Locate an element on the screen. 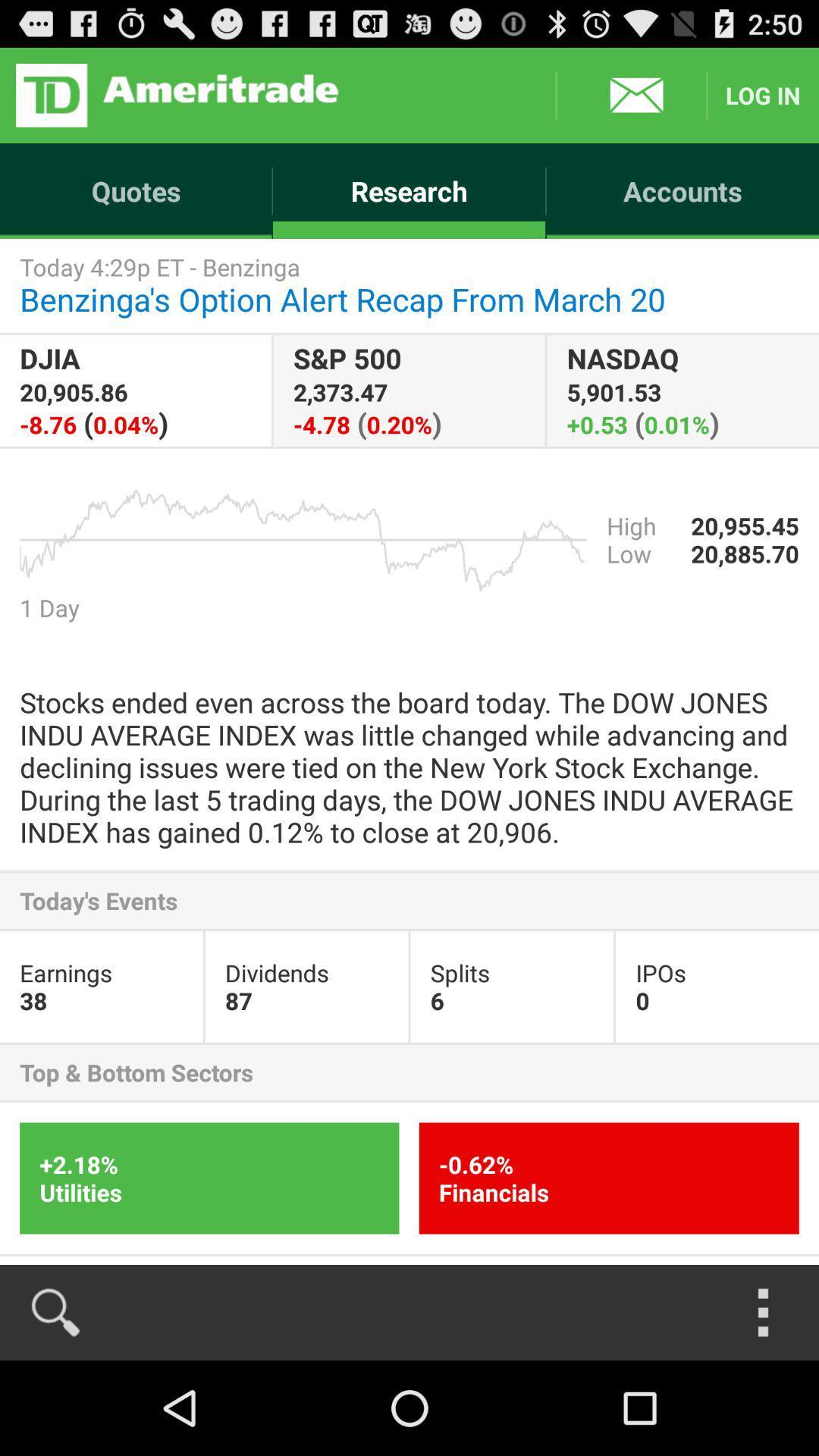  the item above the accounts icon is located at coordinates (763, 94).